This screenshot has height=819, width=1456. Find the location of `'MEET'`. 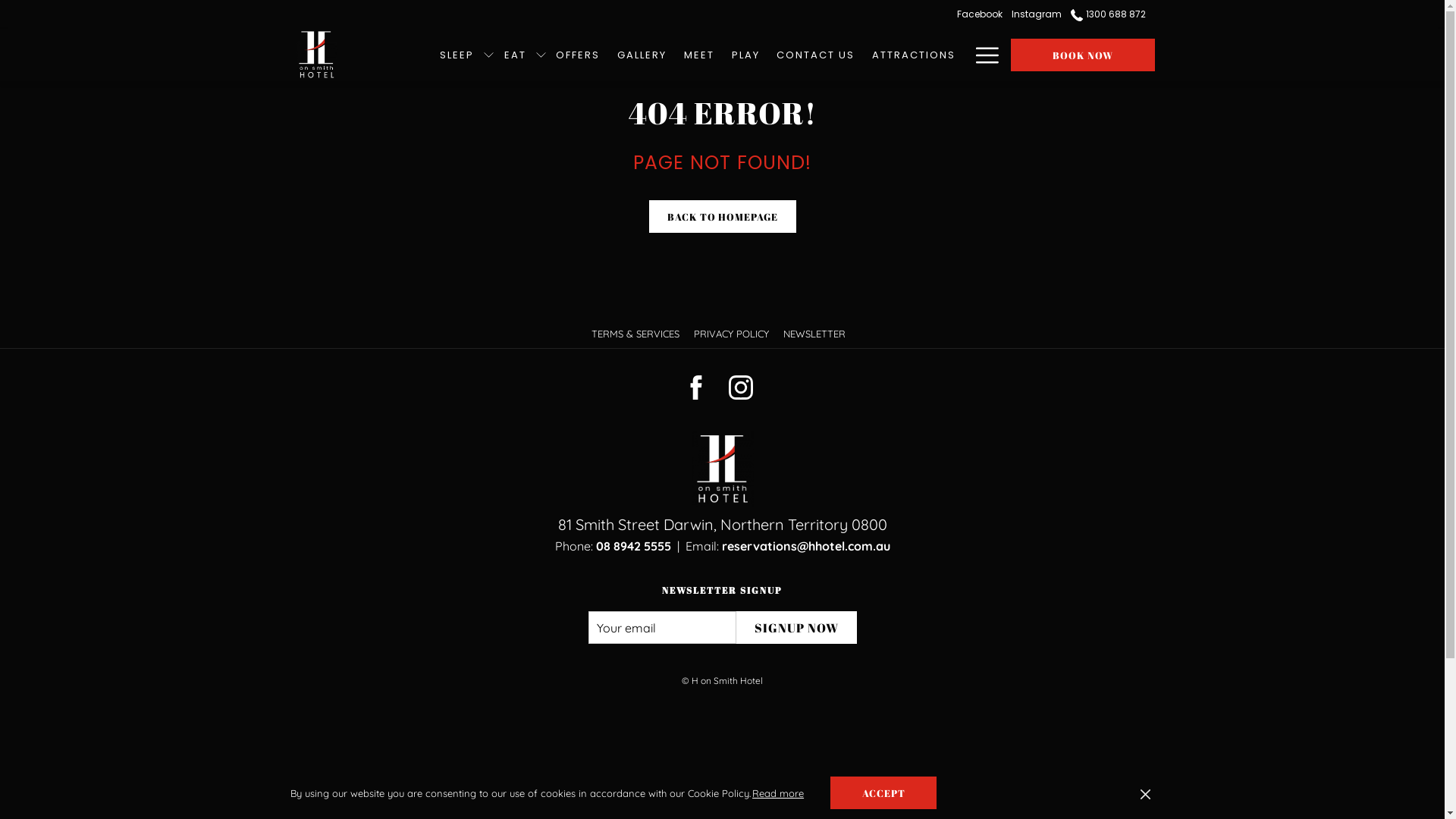

'MEET' is located at coordinates (704, 54).